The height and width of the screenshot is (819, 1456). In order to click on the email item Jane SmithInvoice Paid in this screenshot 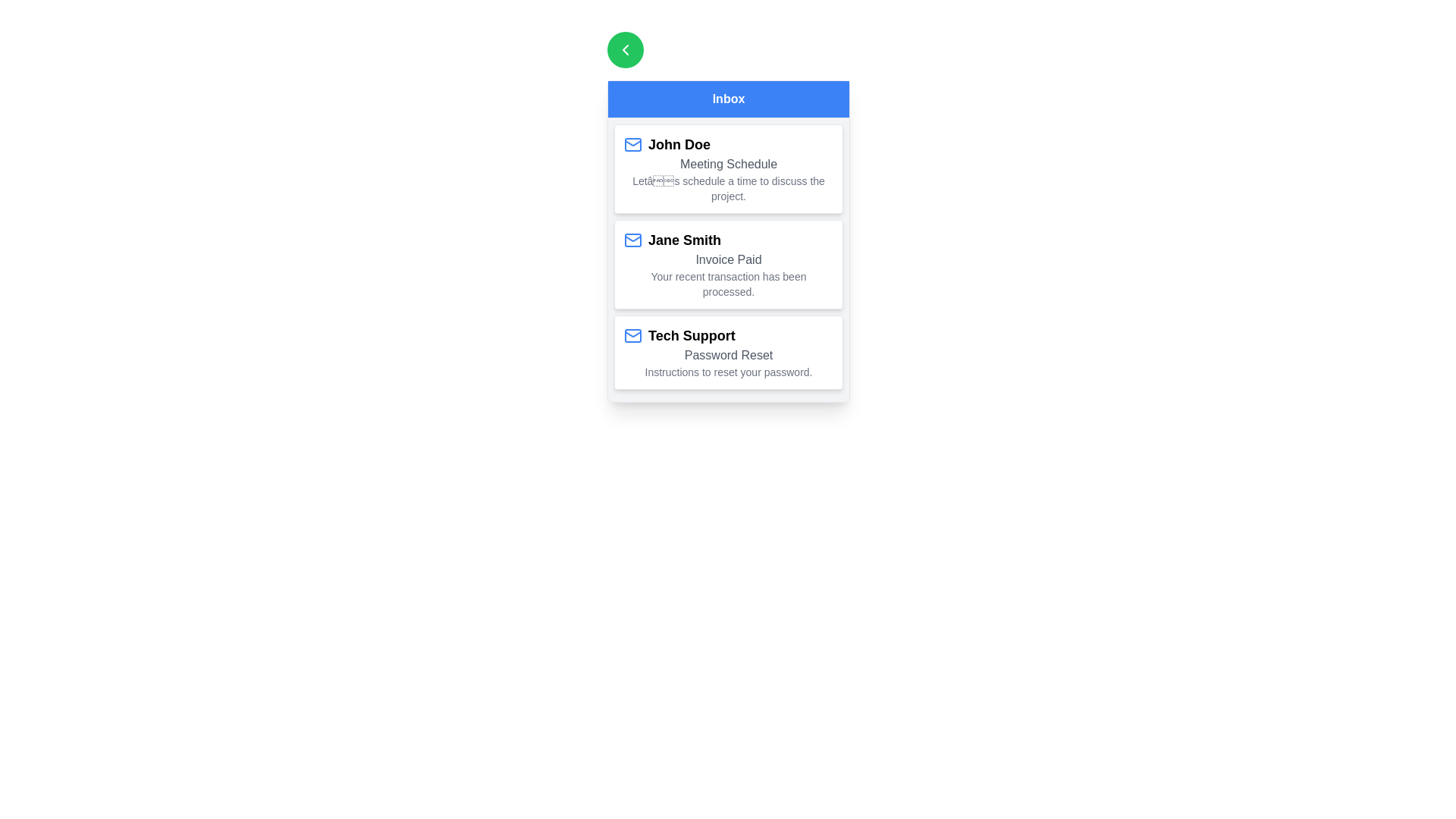, I will do `click(728, 263)`.